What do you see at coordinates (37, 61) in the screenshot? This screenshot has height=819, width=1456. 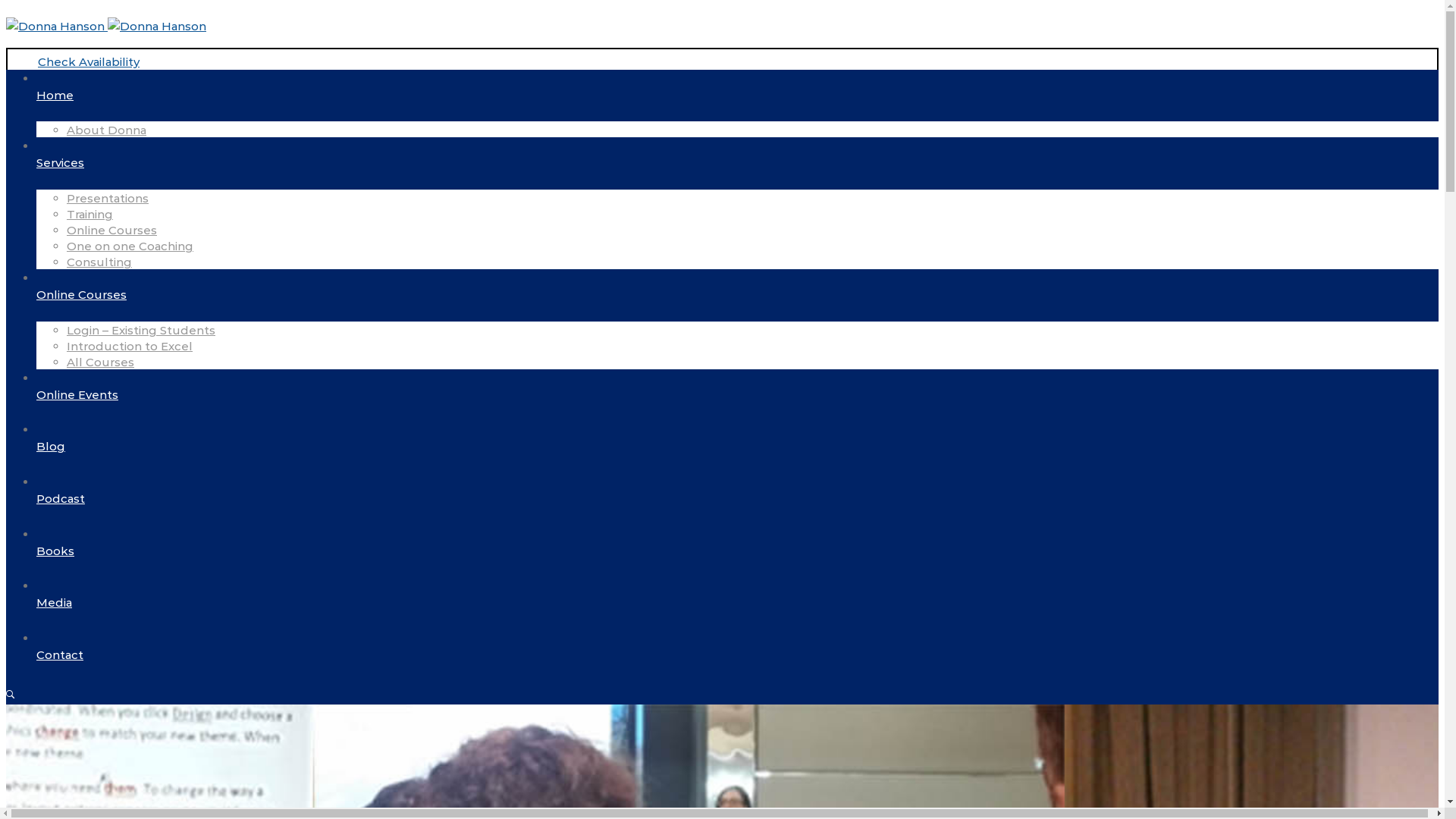 I see `'Check Availability'` at bounding box center [37, 61].